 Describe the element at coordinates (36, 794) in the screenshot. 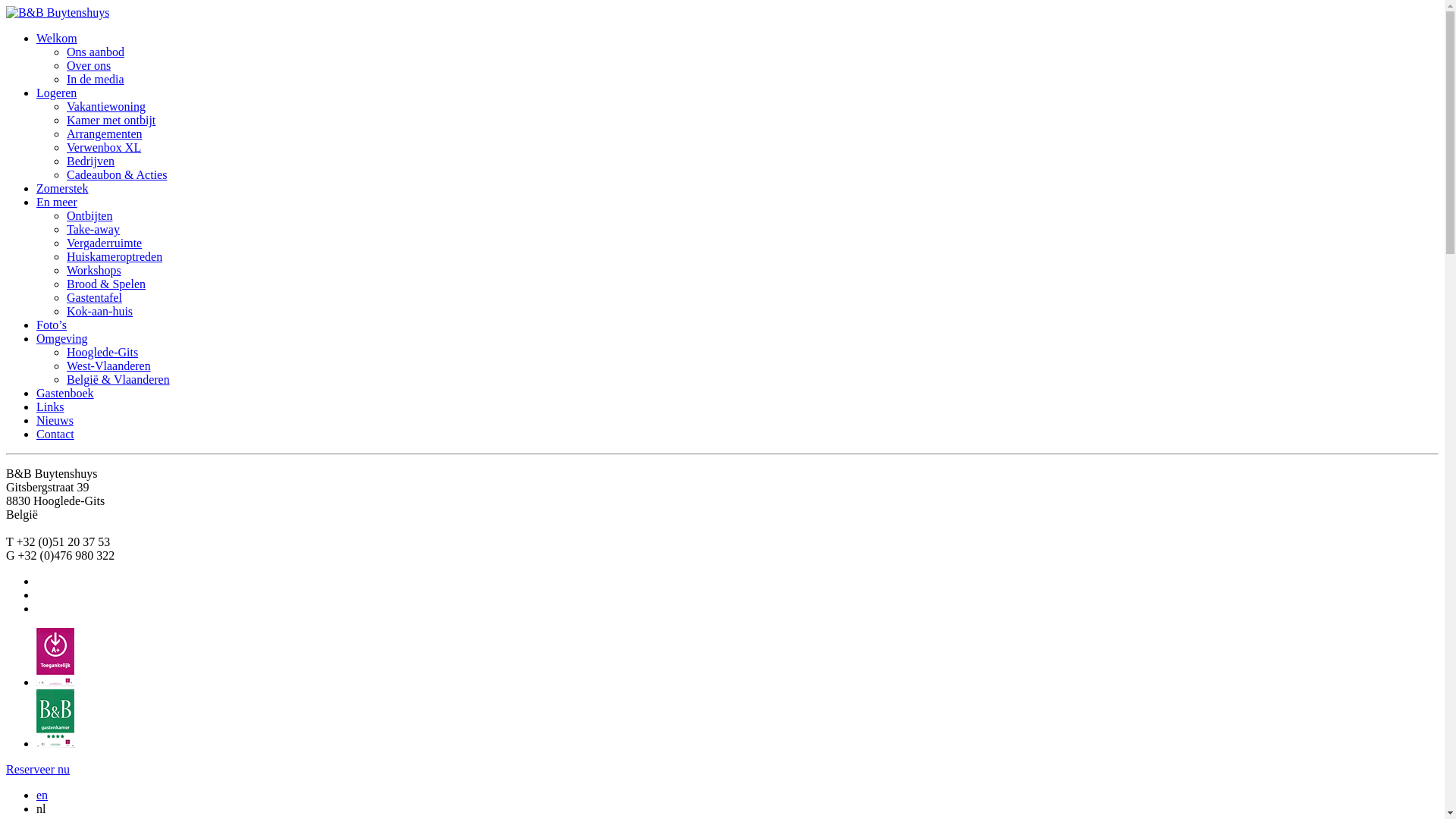

I see `'en'` at that location.